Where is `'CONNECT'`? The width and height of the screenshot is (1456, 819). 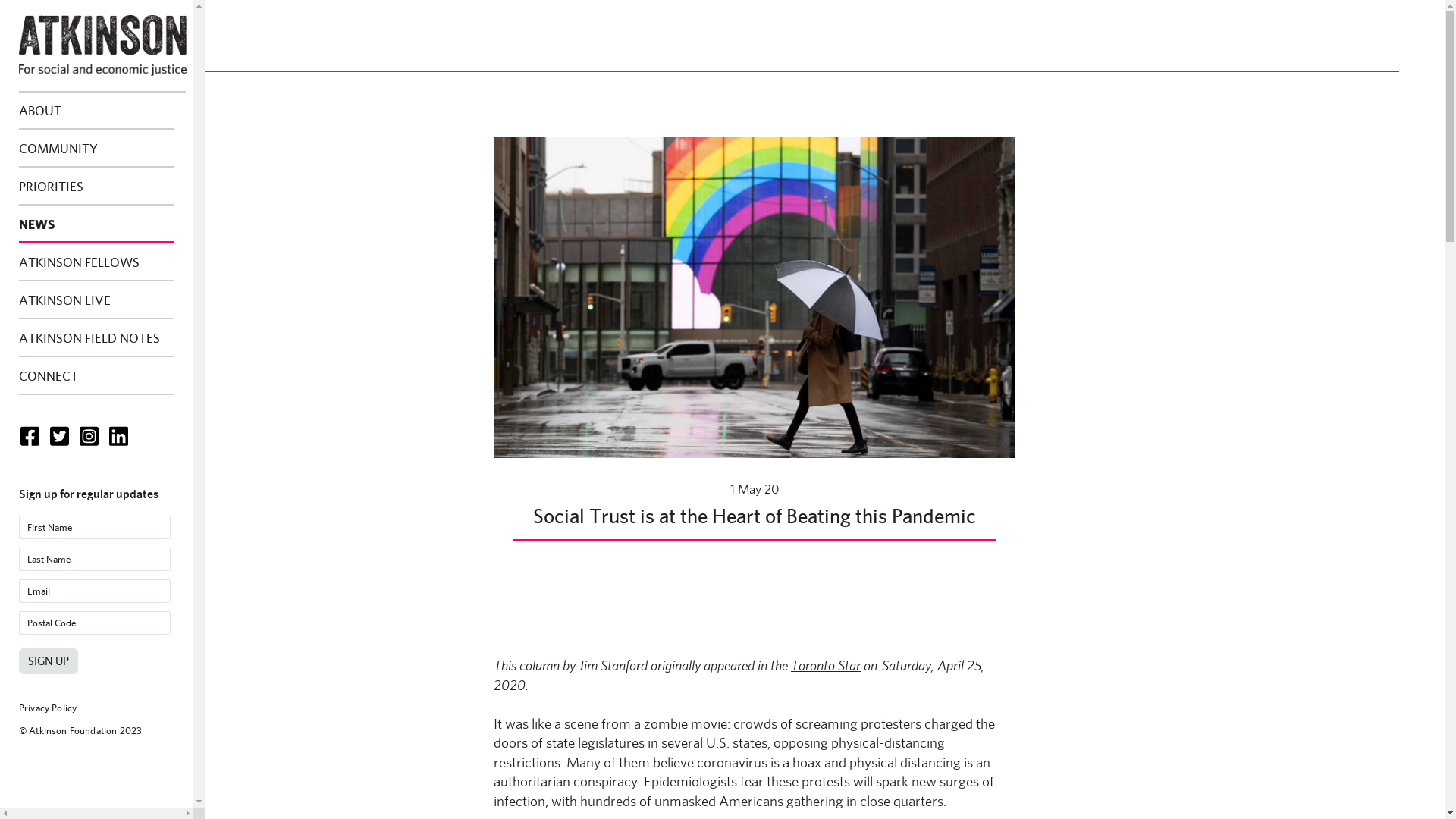
'CONNECT' is located at coordinates (18, 375).